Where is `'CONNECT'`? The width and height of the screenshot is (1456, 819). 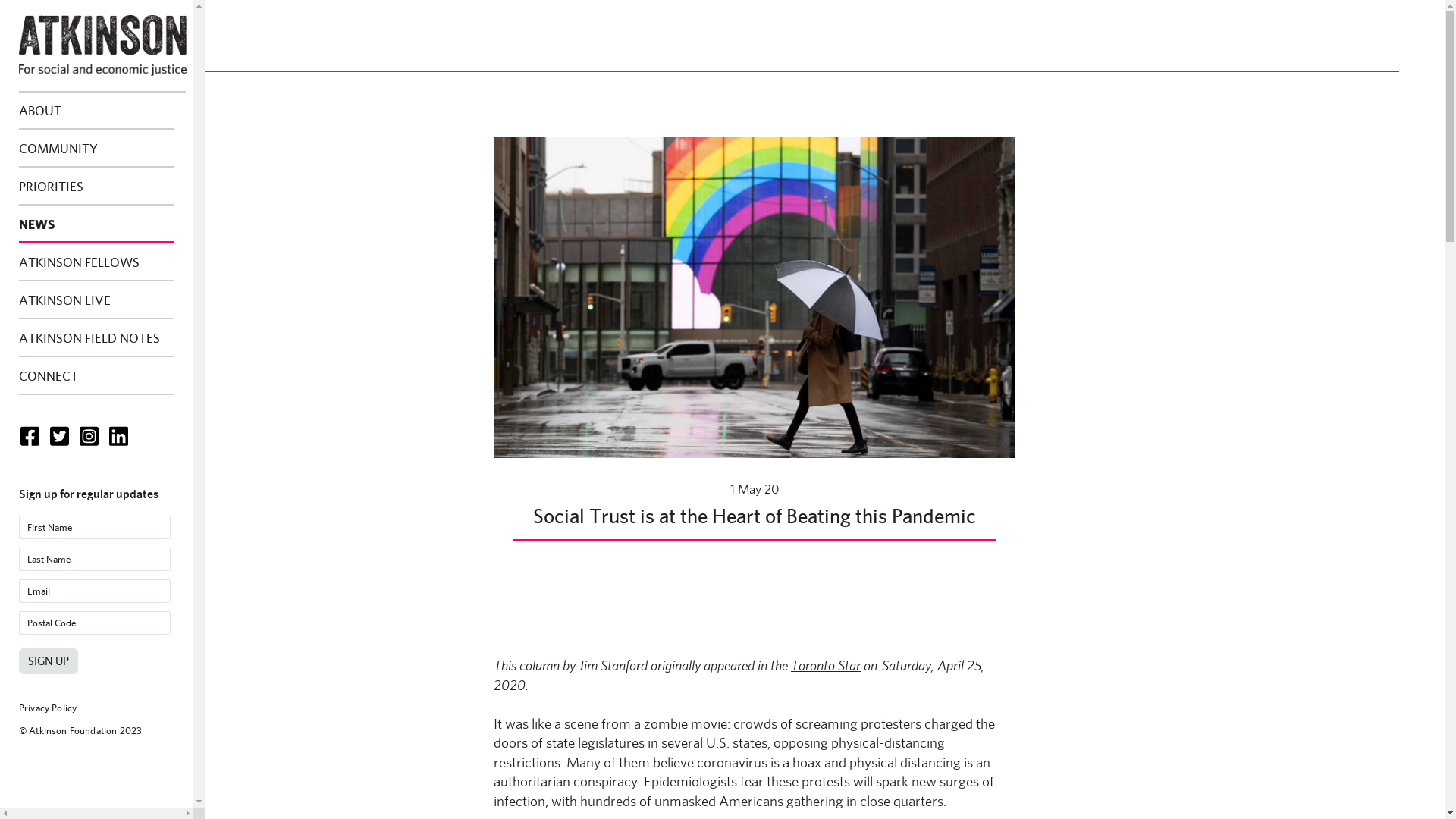
'CONNECT' is located at coordinates (18, 375).